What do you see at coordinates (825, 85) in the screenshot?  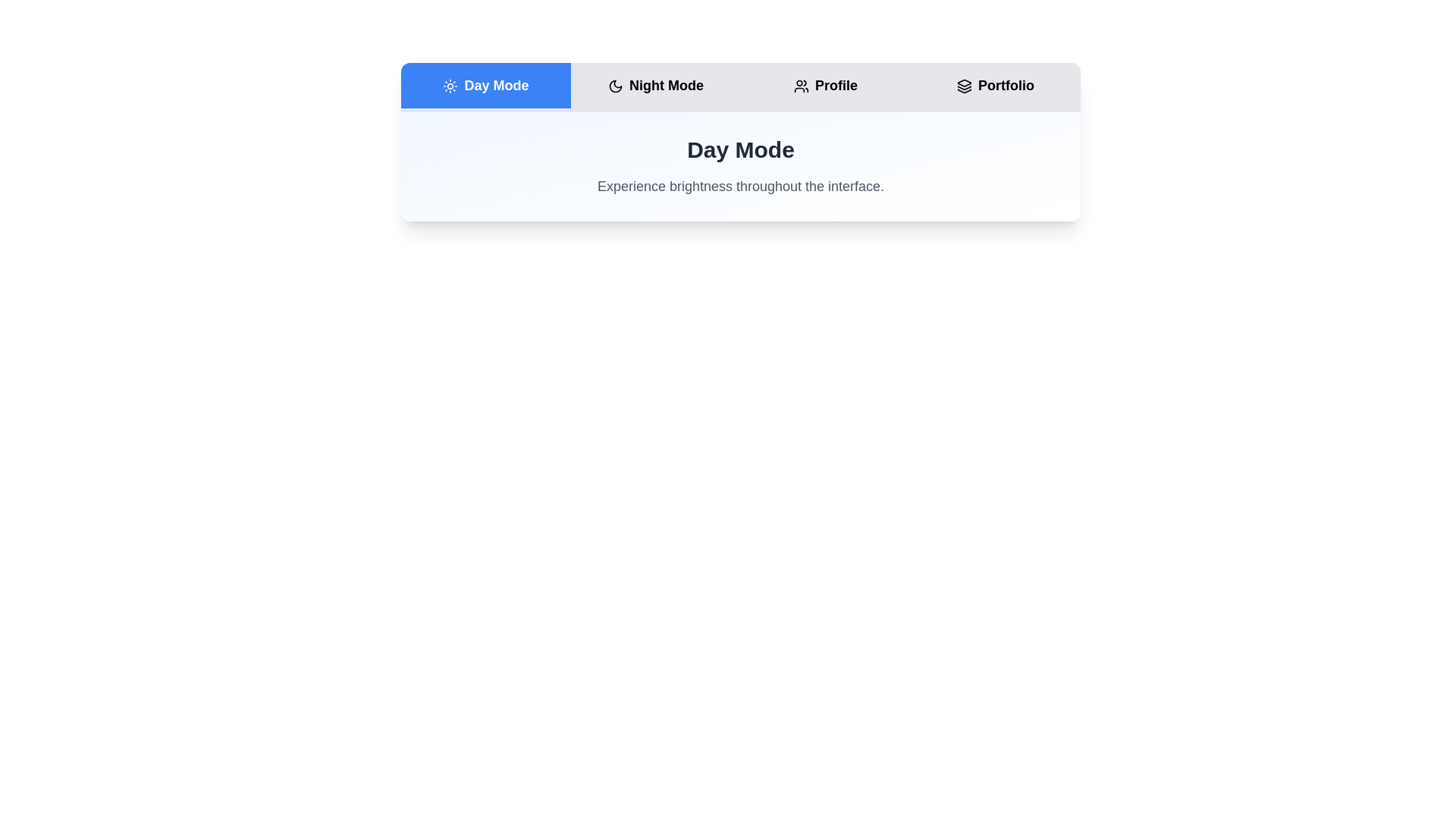 I see `the tab labeled Profile to observe its hover effect` at bounding box center [825, 85].